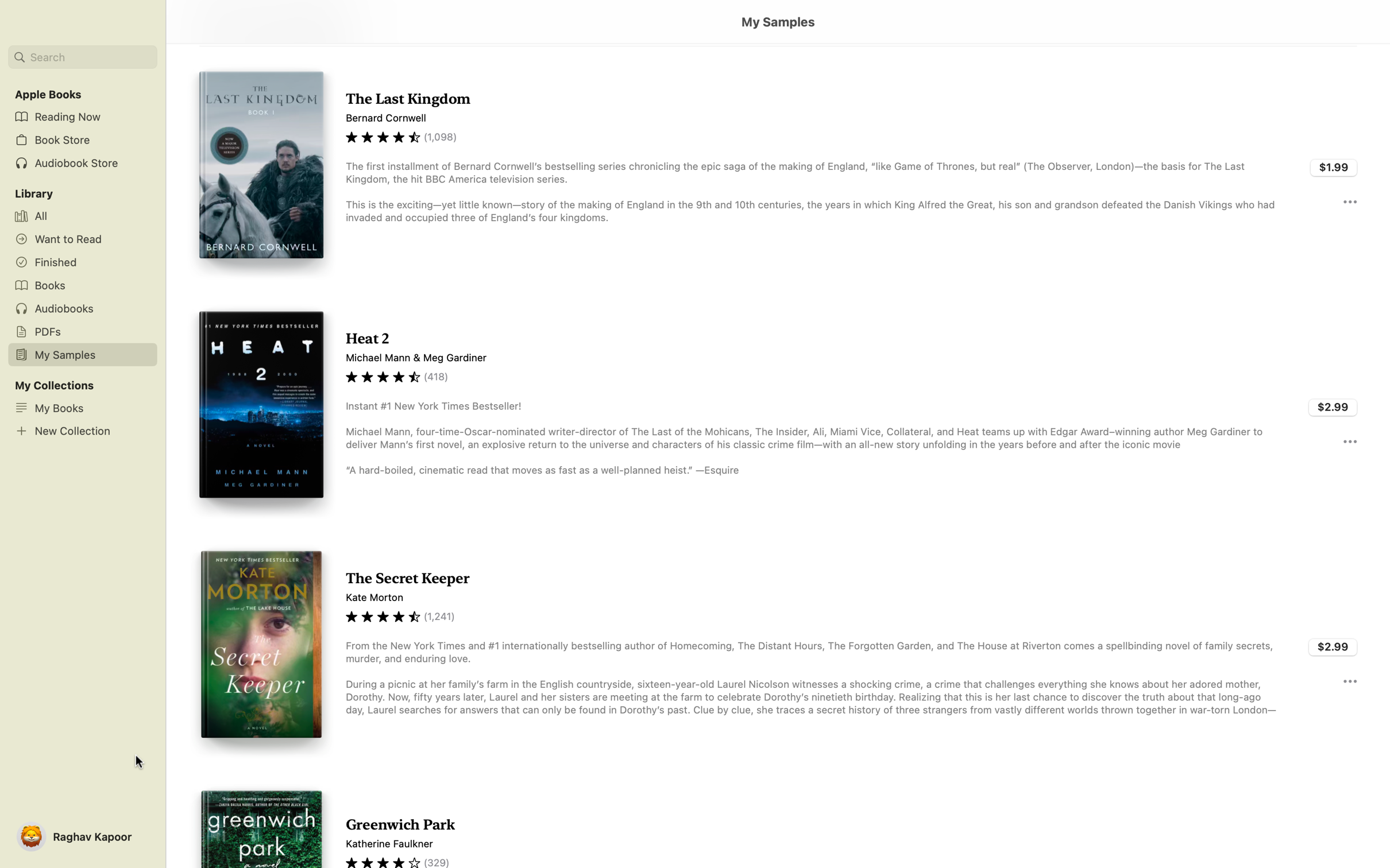  What do you see at coordinates (4532095, 1429596) in the screenshot?
I see `additional choices for "Secret Keeper` at bounding box center [4532095, 1429596].